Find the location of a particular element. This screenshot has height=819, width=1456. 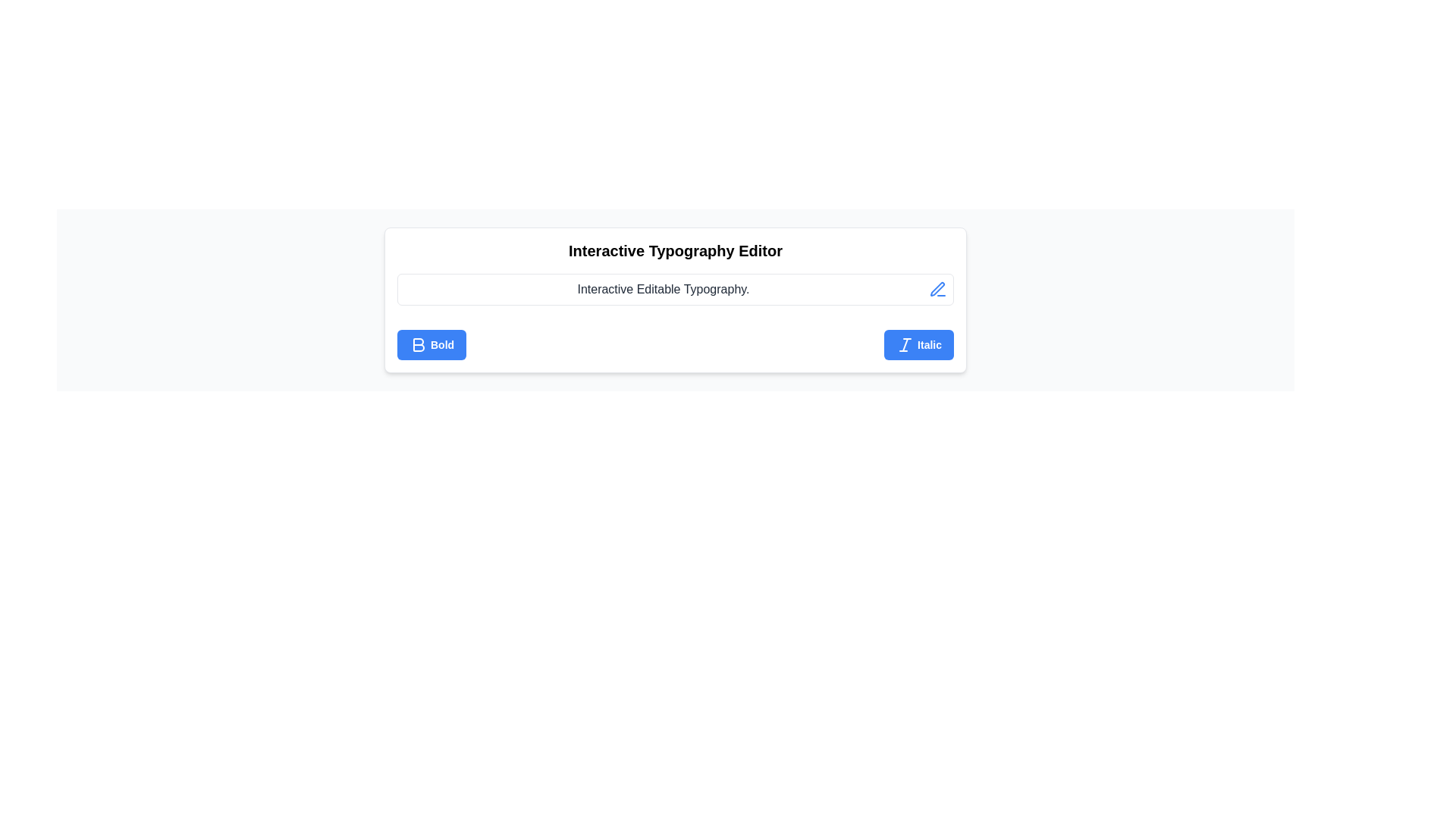

the SVG icon representing the bold function, which is a blue-stroked letter 'B' located at the leftmost side of the 'Bold' button is located at coordinates (419, 345).